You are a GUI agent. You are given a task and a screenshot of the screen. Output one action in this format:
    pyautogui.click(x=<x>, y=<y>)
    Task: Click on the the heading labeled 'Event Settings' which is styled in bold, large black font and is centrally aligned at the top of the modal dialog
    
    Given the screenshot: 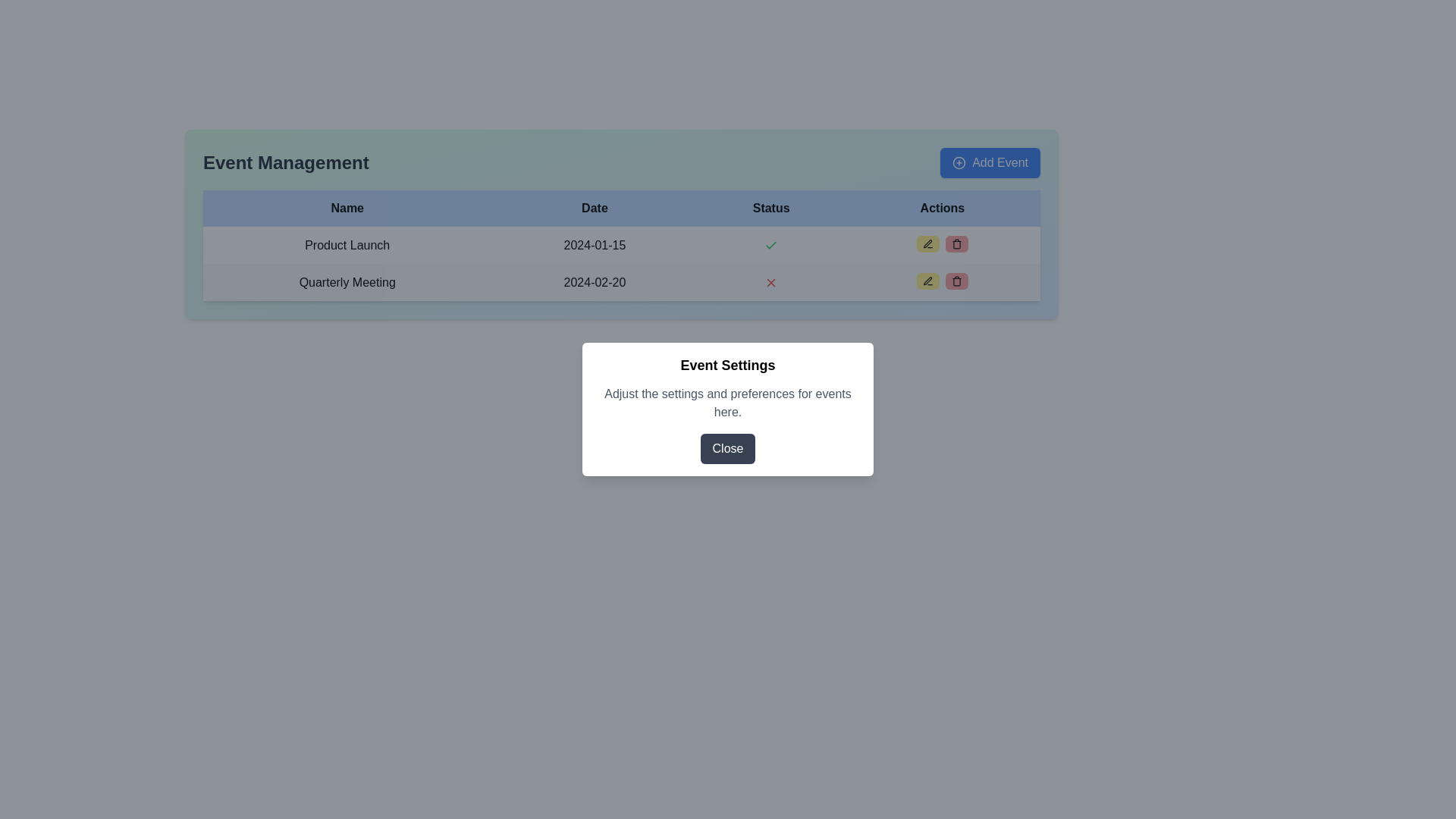 What is the action you would take?
    pyautogui.click(x=728, y=366)
    